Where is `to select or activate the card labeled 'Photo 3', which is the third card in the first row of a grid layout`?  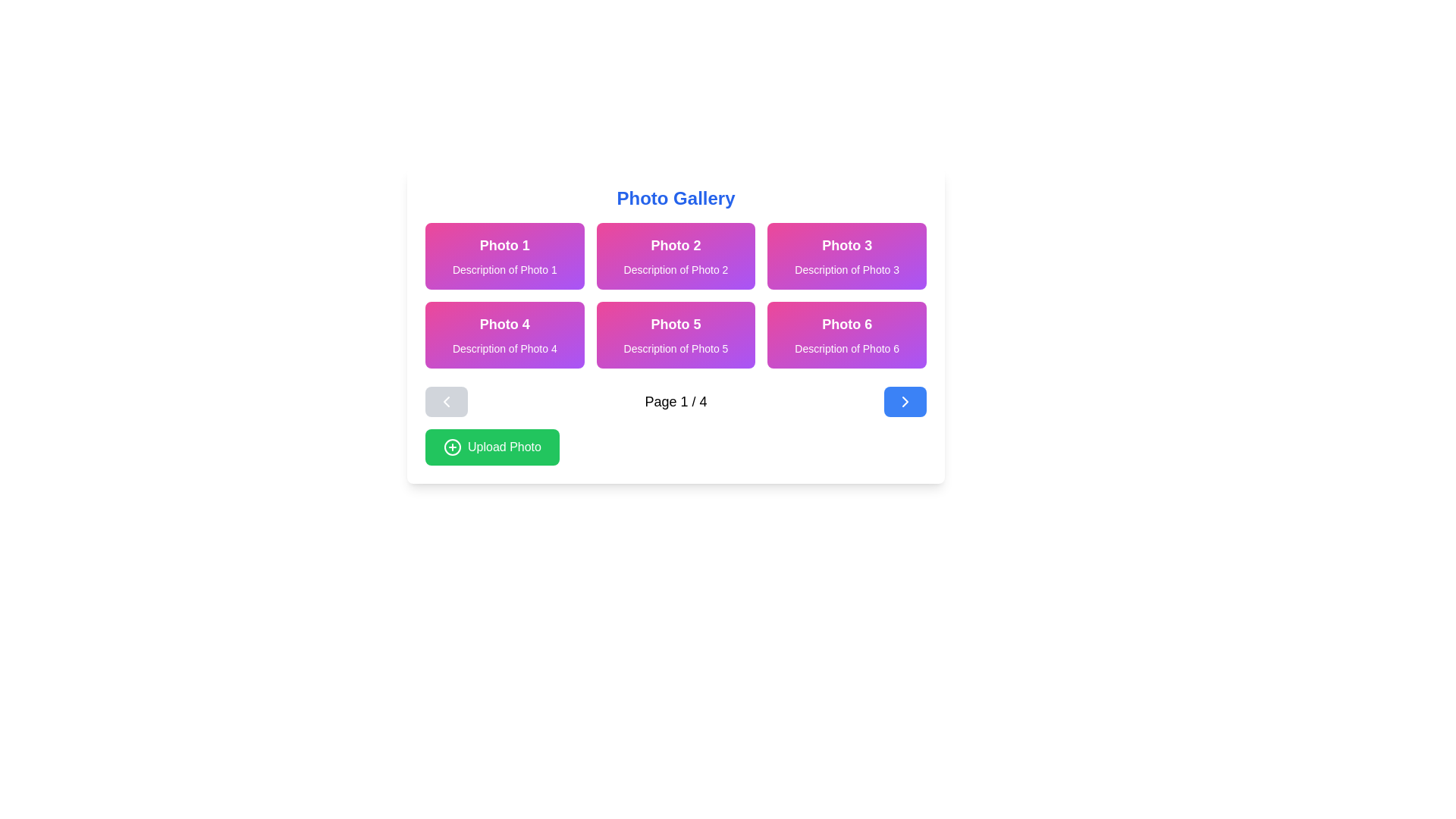
to select or activate the card labeled 'Photo 3', which is the third card in the first row of a grid layout is located at coordinates (846, 256).